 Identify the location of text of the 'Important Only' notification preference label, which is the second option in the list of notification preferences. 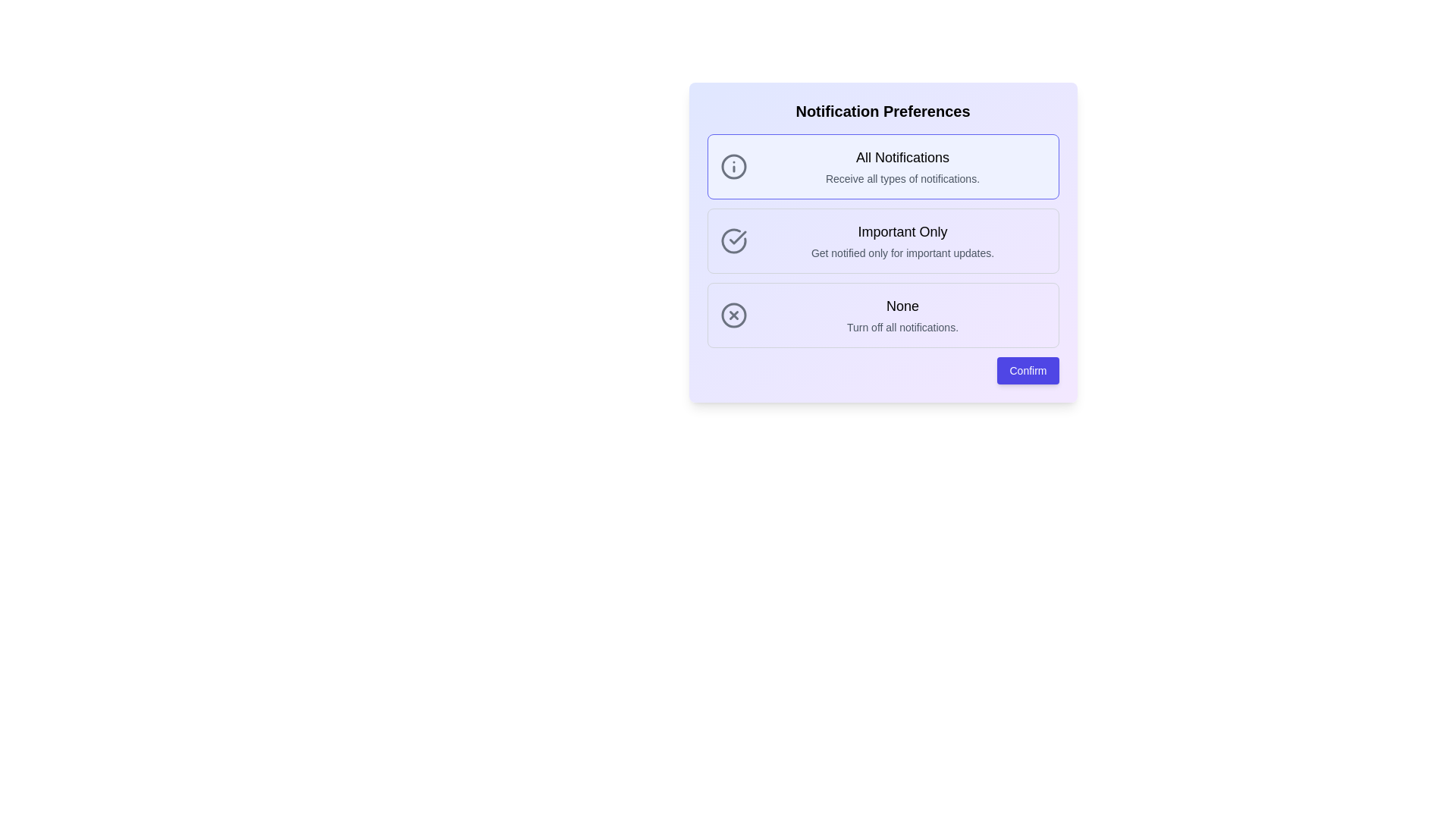
(902, 240).